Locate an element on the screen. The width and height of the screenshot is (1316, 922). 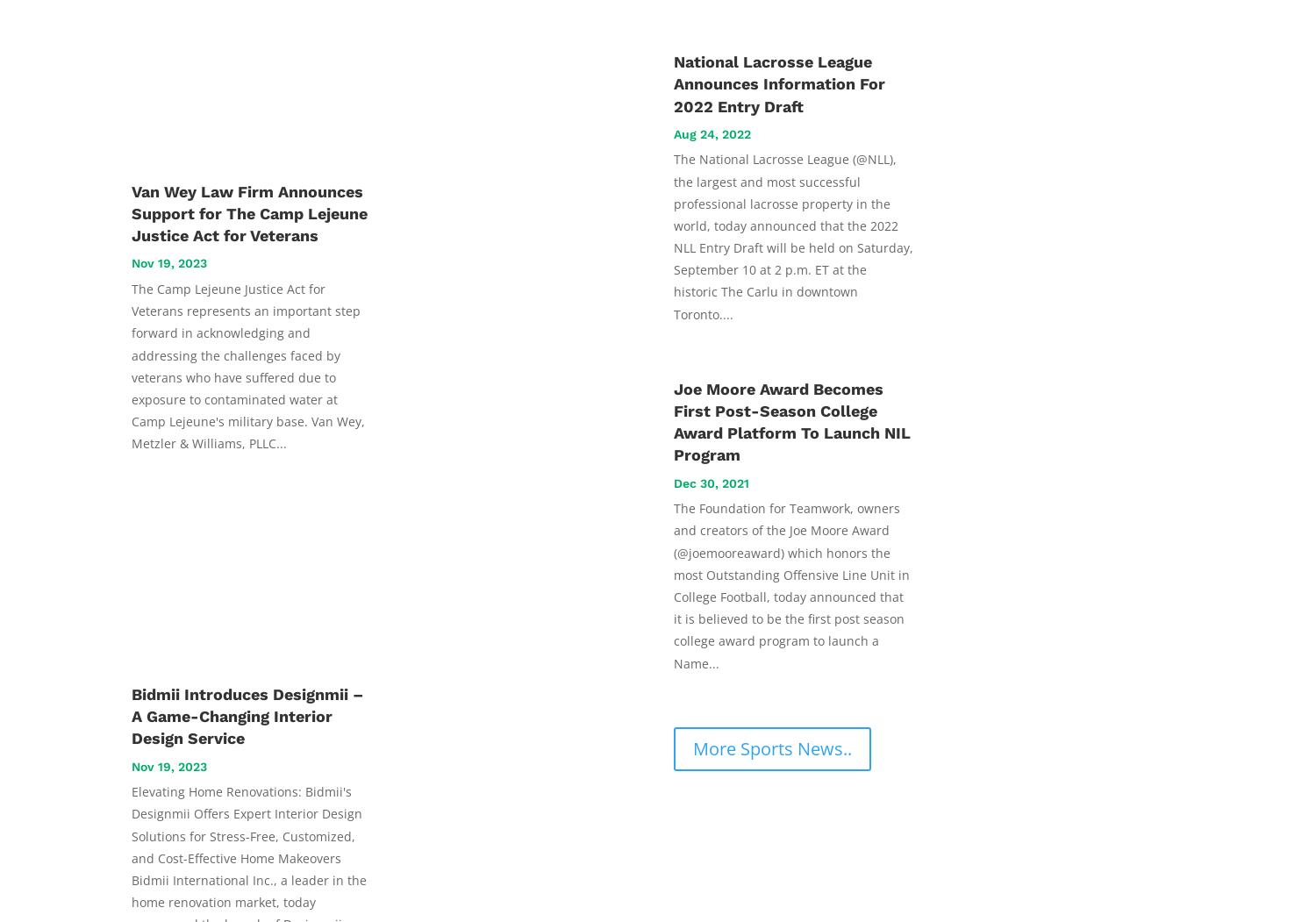
'Dec 30, 2021' is located at coordinates (712, 481).